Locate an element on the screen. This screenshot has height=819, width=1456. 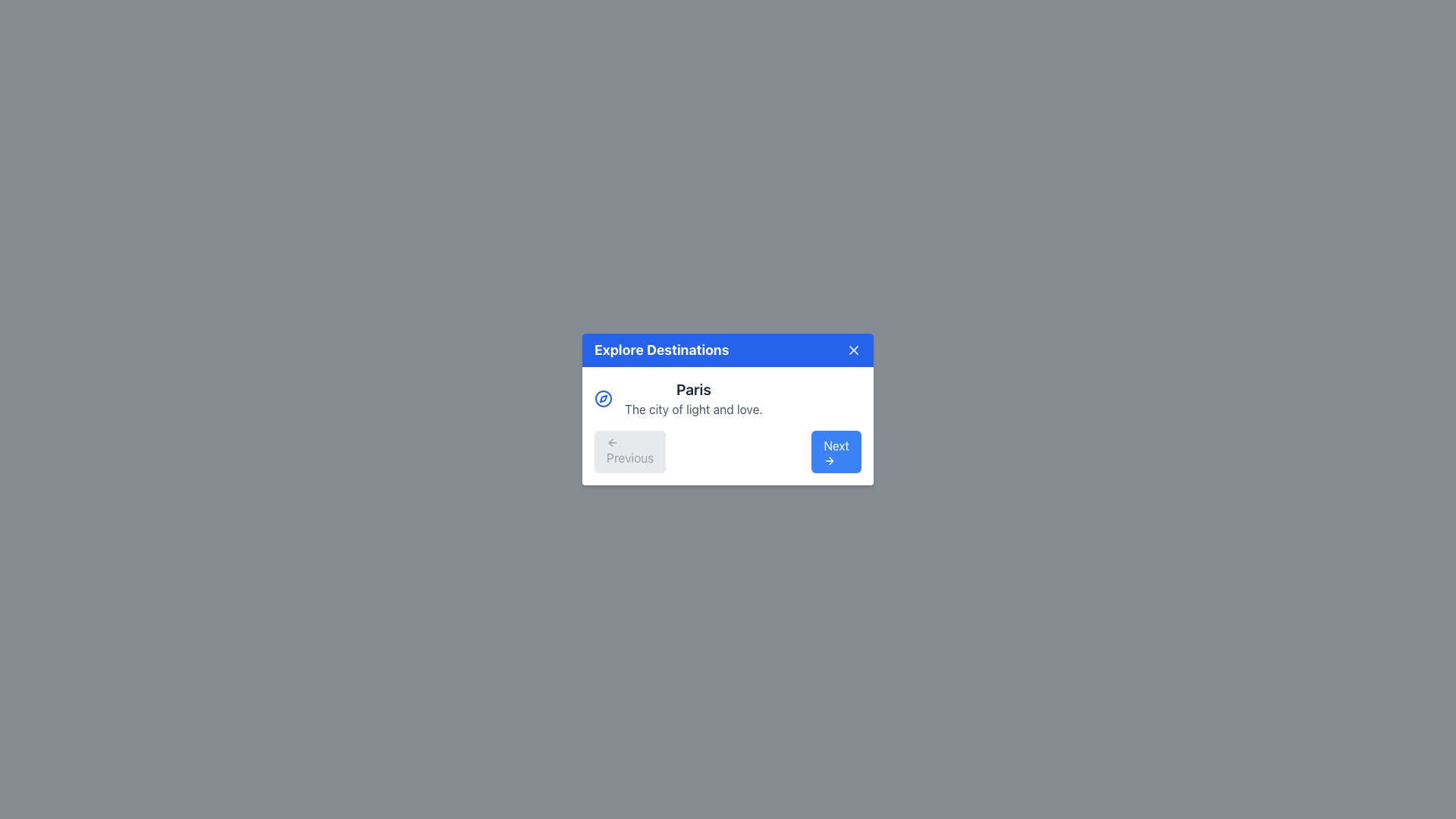
the decorative directional icon within the 'Next' button in the modal dialog to trigger any hover effects is located at coordinates (830, 460).